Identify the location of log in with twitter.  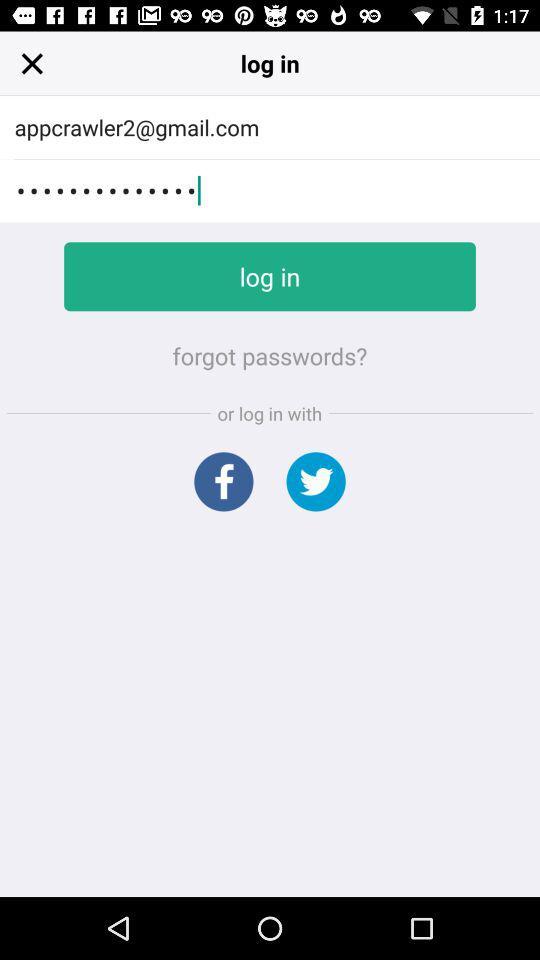
(316, 480).